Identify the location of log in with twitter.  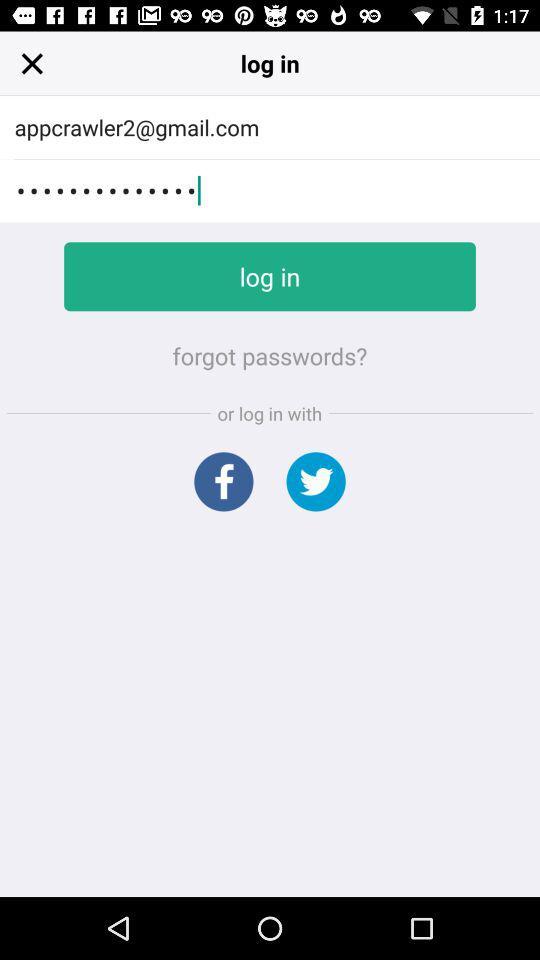
(316, 480).